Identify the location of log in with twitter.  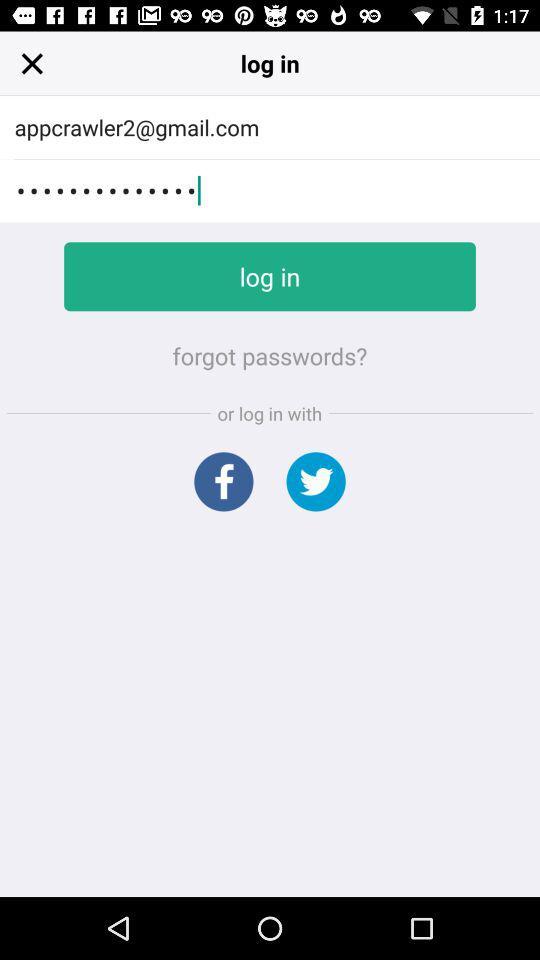
(316, 480).